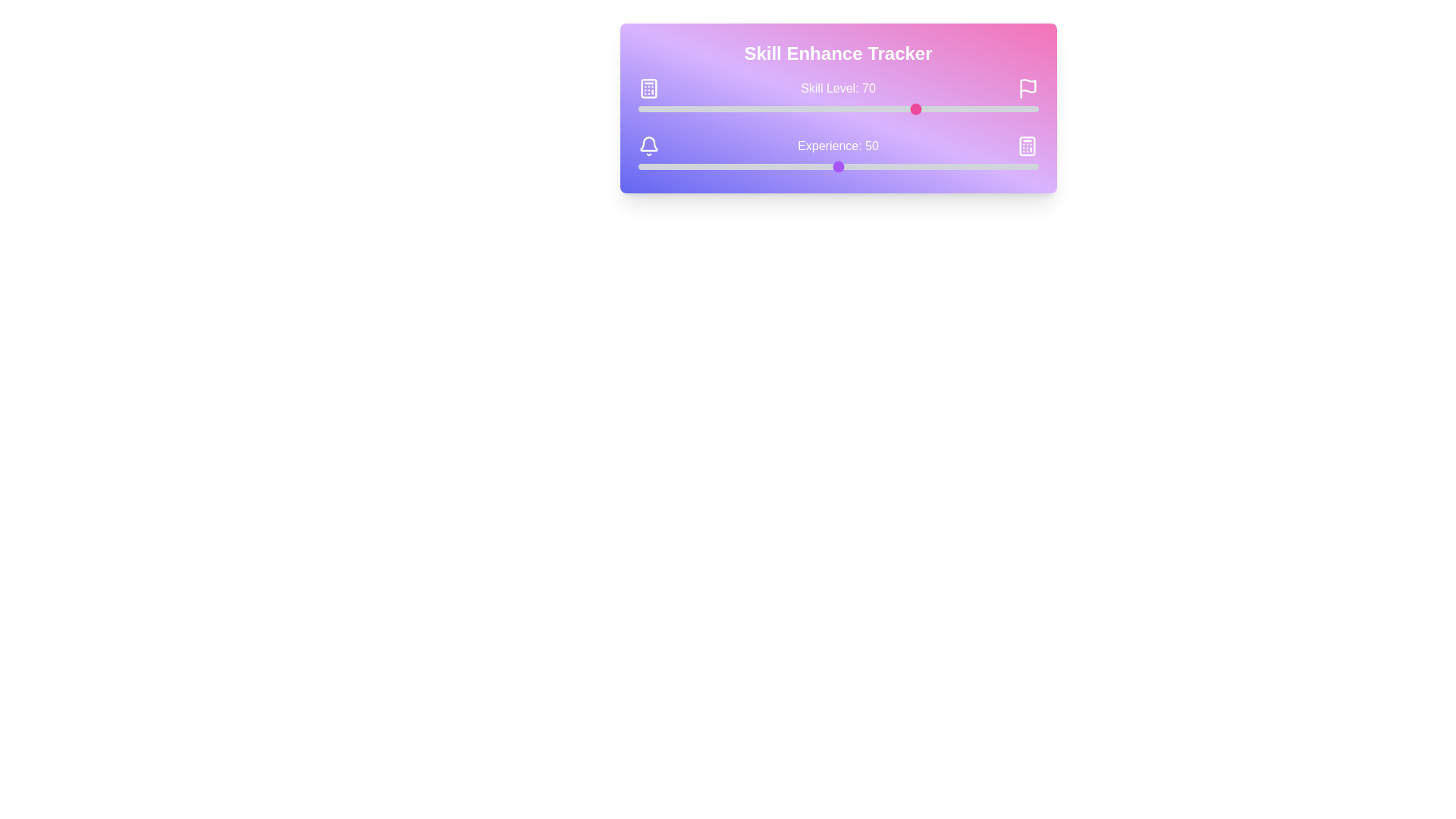 The image size is (1456, 819). Describe the element at coordinates (1018, 108) in the screenshot. I see `the skill level slider to 95, where 95 is a value between 0 and 100` at that location.